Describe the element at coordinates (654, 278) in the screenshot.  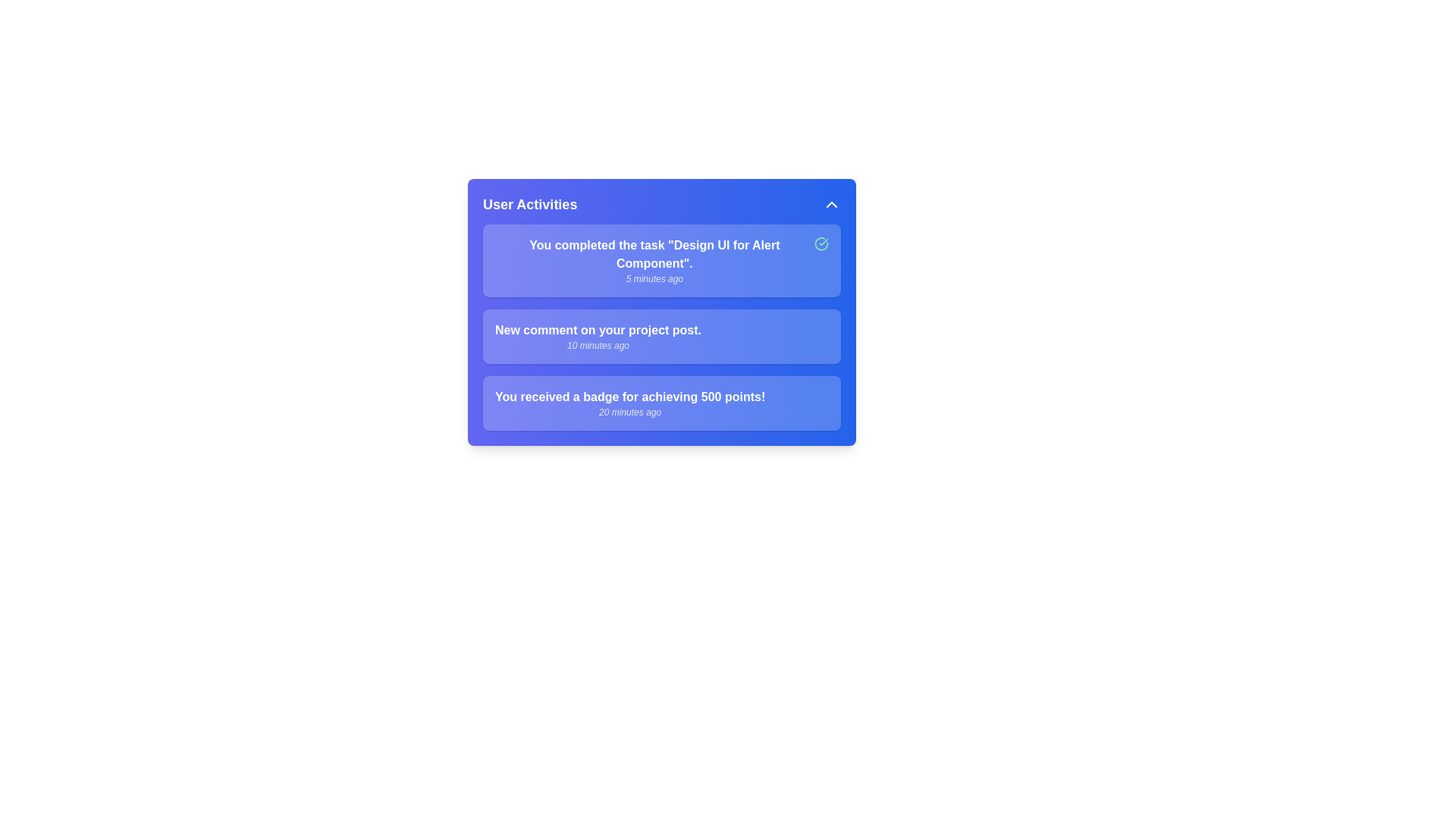
I see `the Text label displaying the timestamp for the completed task located beneath 'You completed the task "Design UI for Alert Component"' in the 'User Activities' section` at that location.